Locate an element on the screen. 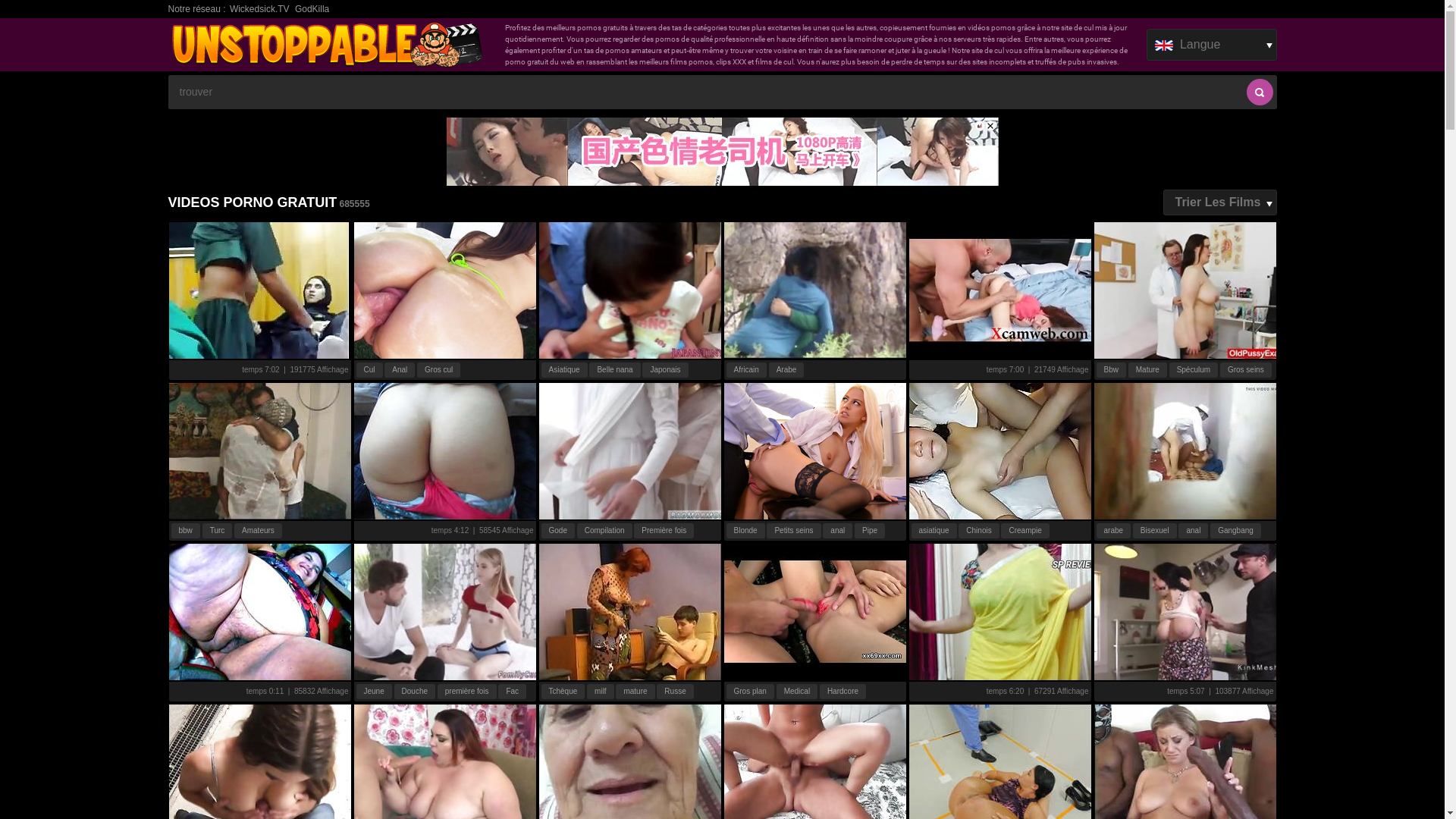 This screenshot has height=819, width=1456. 'Bbw' is located at coordinates (1111, 370).